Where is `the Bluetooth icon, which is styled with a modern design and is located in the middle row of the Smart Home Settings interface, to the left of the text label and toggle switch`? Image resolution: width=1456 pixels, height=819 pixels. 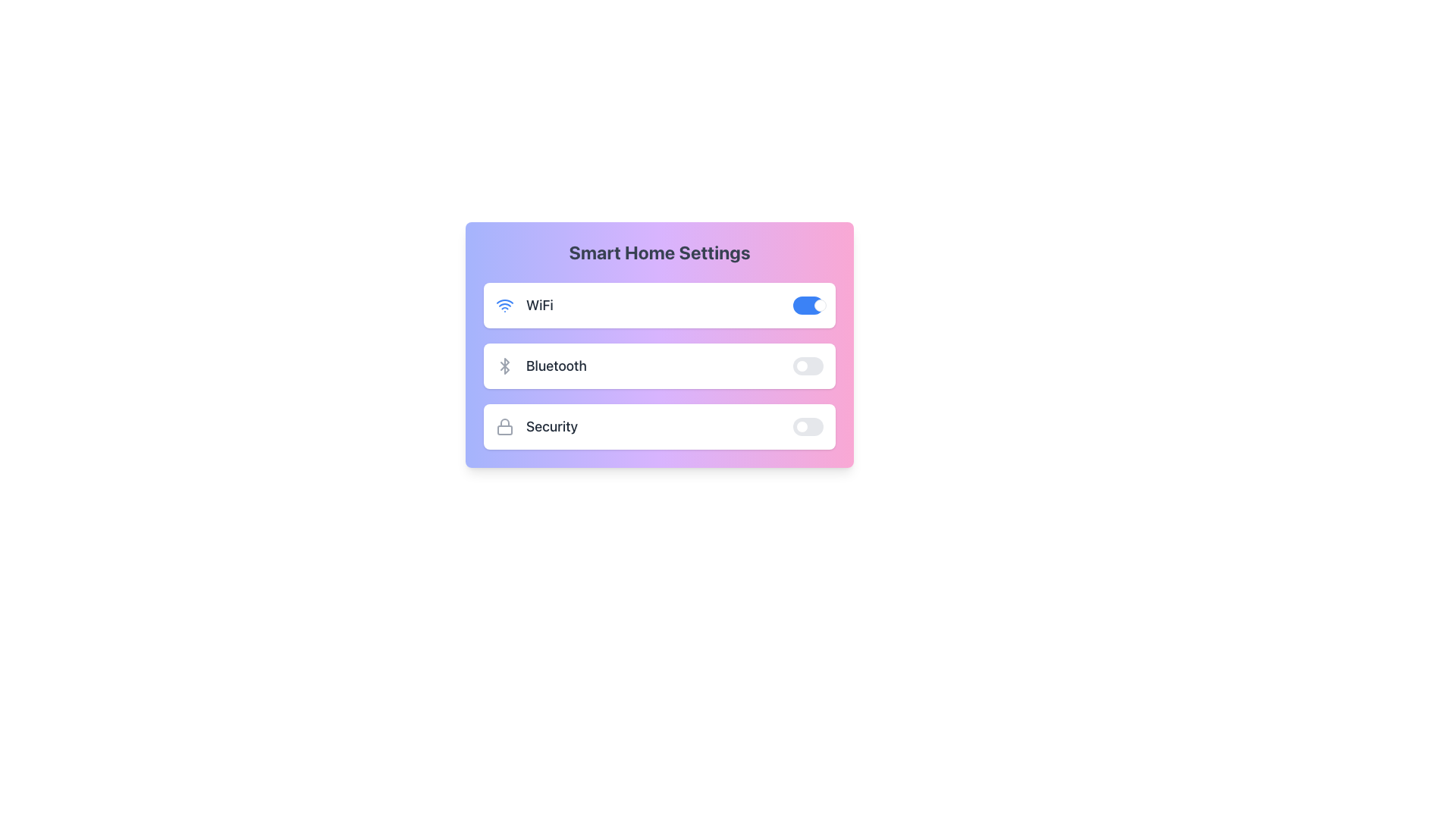
the Bluetooth icon, which is styled with a modern design and is located in the middle row of the Smart Home Settings interface, to the left of the text label and toggle switch is located at coordinates (505, 366).